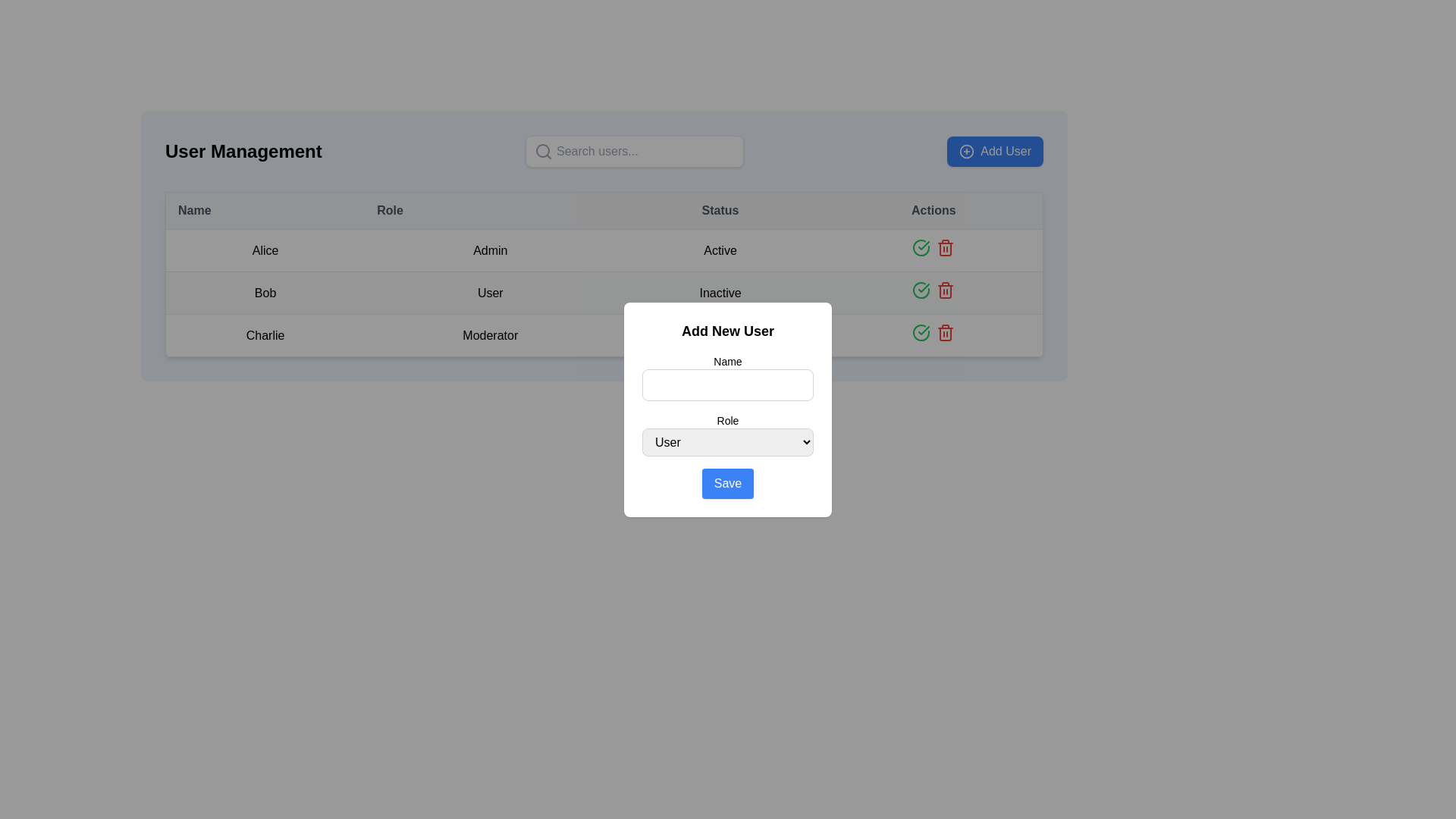 The width and height of the screenshot is (1456, 819). Describe the element at coordinates (265, 293) in the screenshot. I see `the static text element representing the user's name in the second row of the user management table, located in the first column under the 'Name' header` at that location.